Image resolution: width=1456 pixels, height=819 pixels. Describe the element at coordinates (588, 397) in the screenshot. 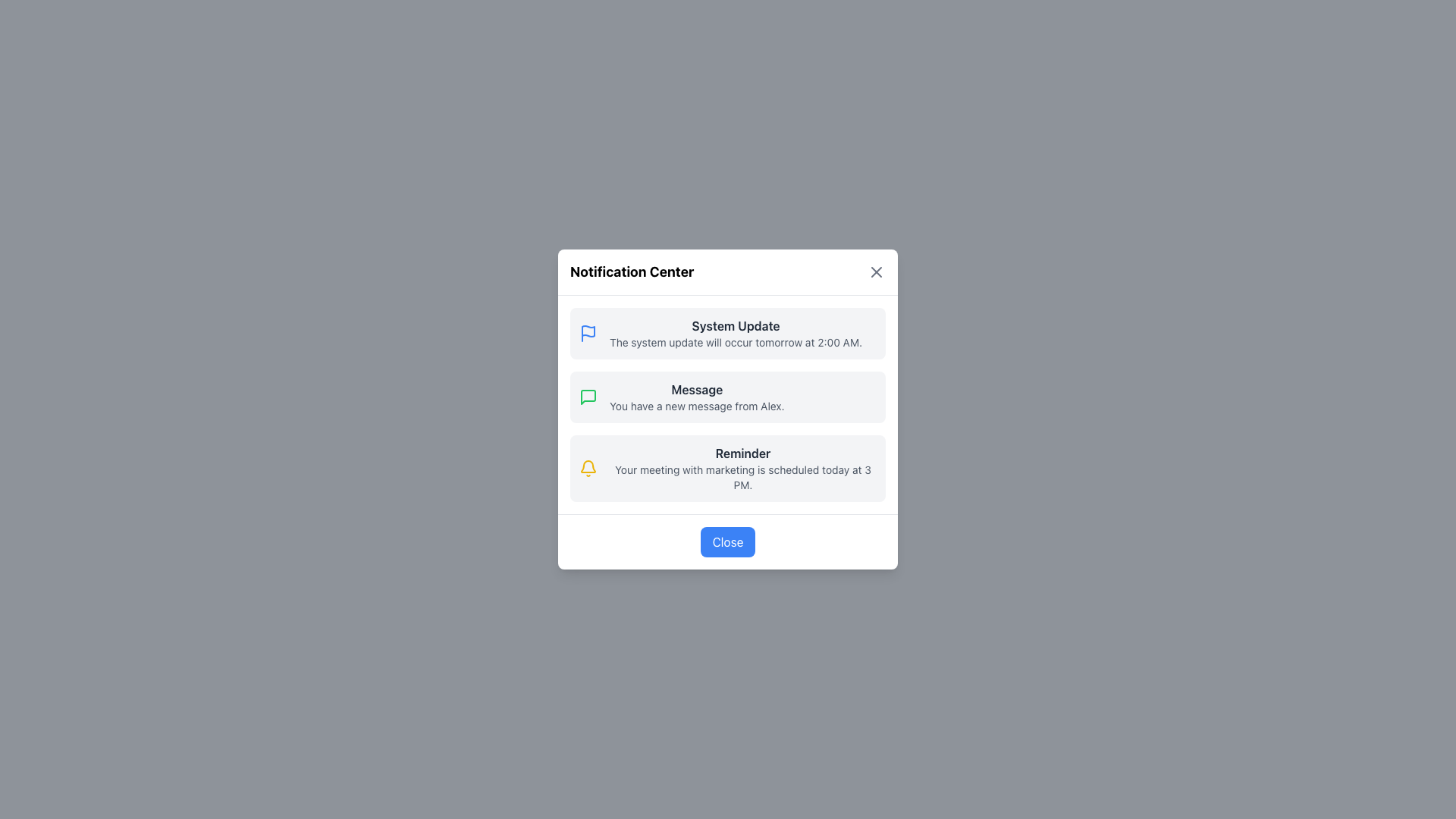

I see `the small green message icon located in the middle notification entry labeled 'Message'` at that location.